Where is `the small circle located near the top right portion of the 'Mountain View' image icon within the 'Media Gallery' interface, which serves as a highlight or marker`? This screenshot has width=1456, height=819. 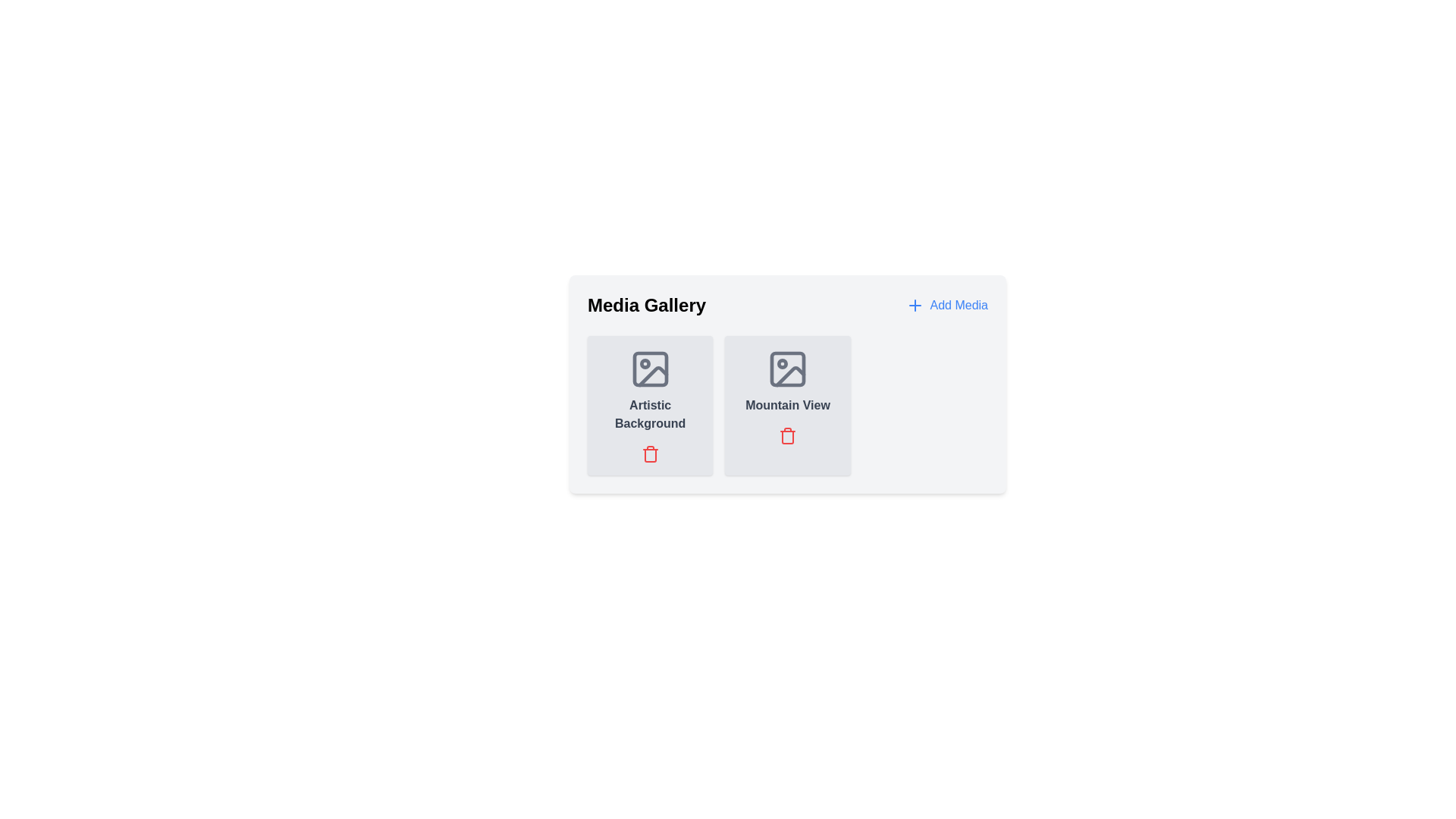 the small circle located near the top right portion of the 'Mountain View' image icon within the 'Media Gallery' interface, which serves as a highlight or marker is located at coordinates (783, 363).